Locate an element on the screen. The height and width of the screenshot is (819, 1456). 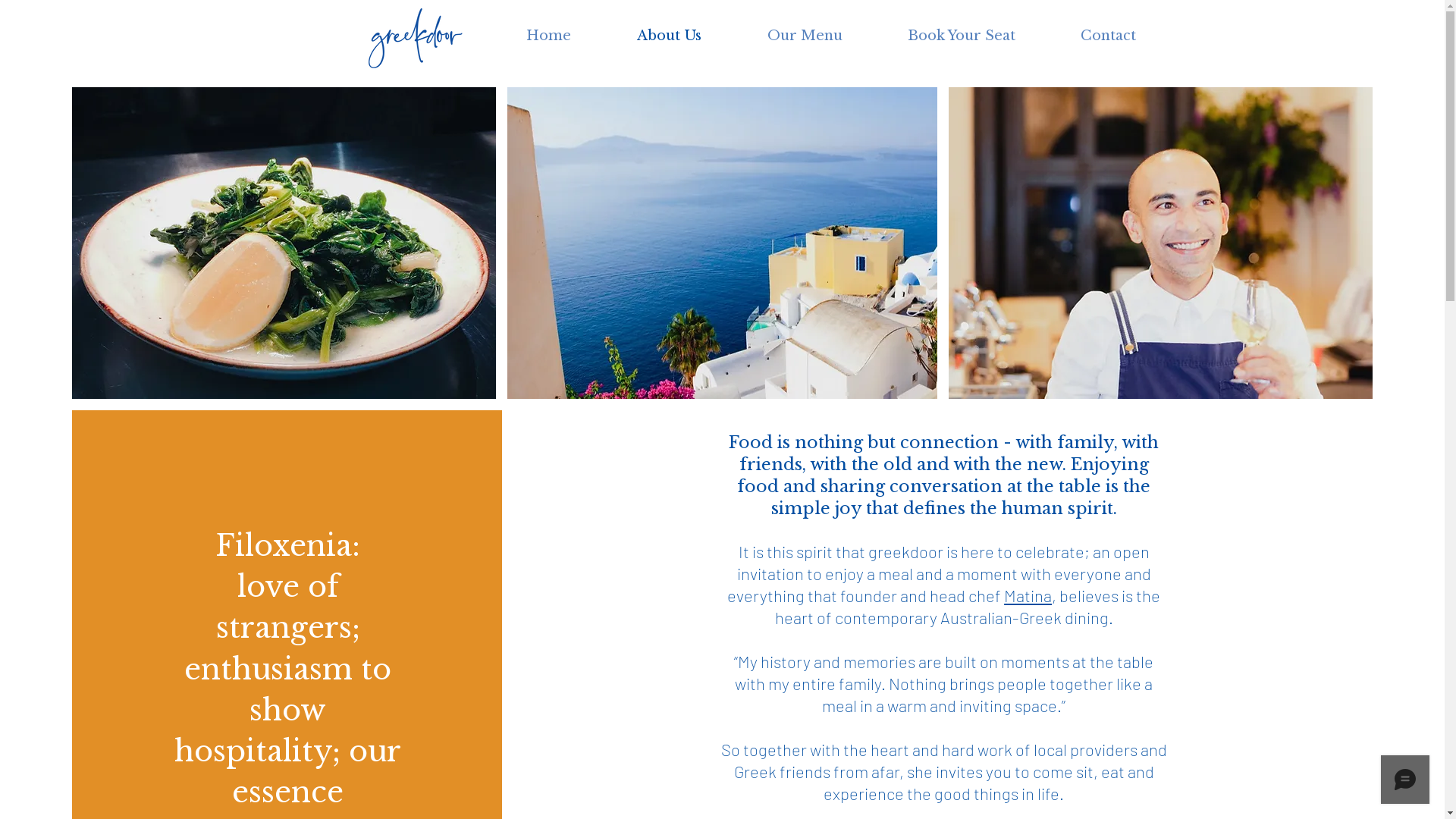
'Home' is located at coordinates (492, 35).